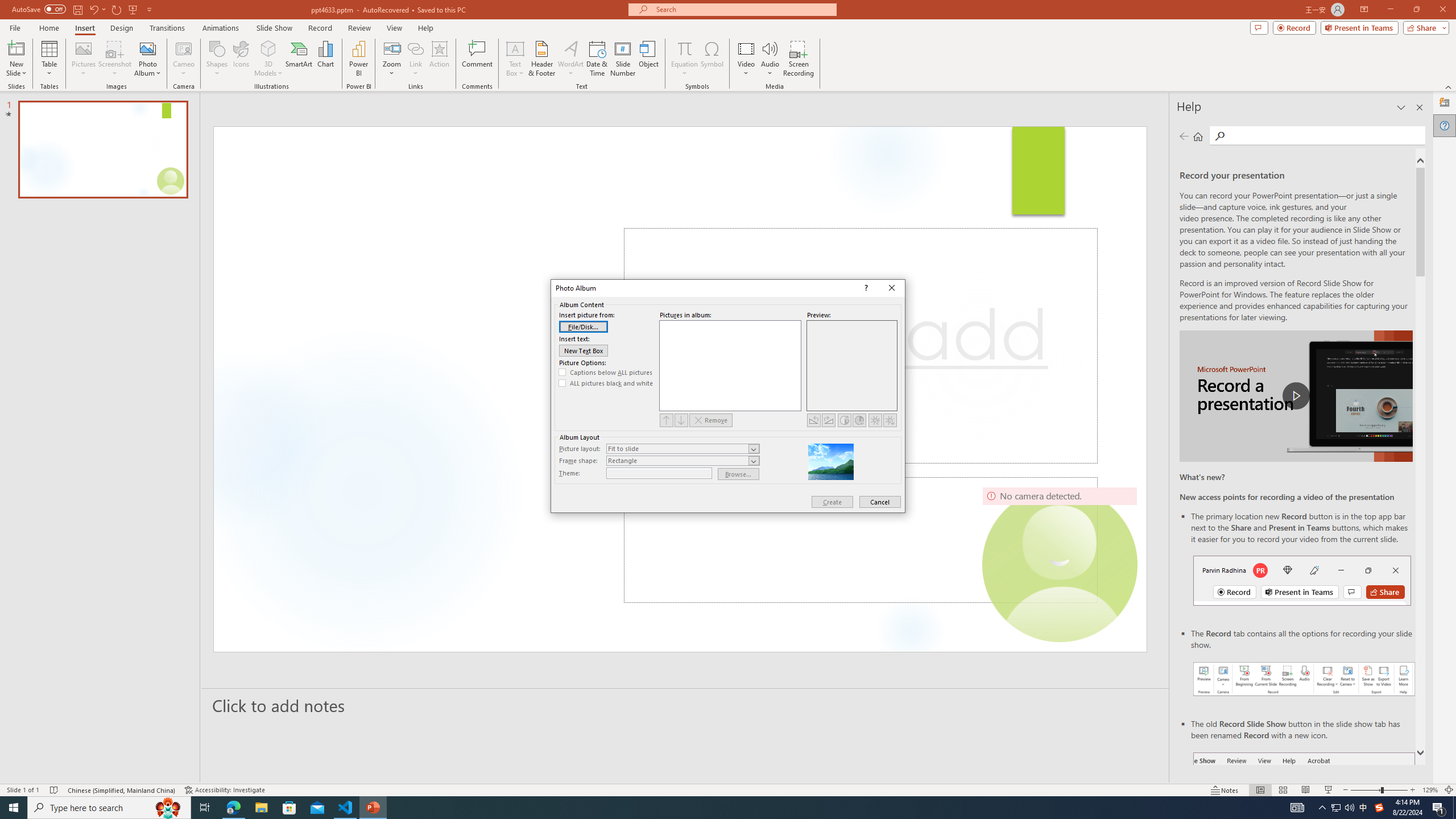 This screenshot has width=1456, height=819. What do you see at coordinates (1301, 580) in the screenshot?
I see `'Record button in top bar'` at bounding box center [1301, 580].